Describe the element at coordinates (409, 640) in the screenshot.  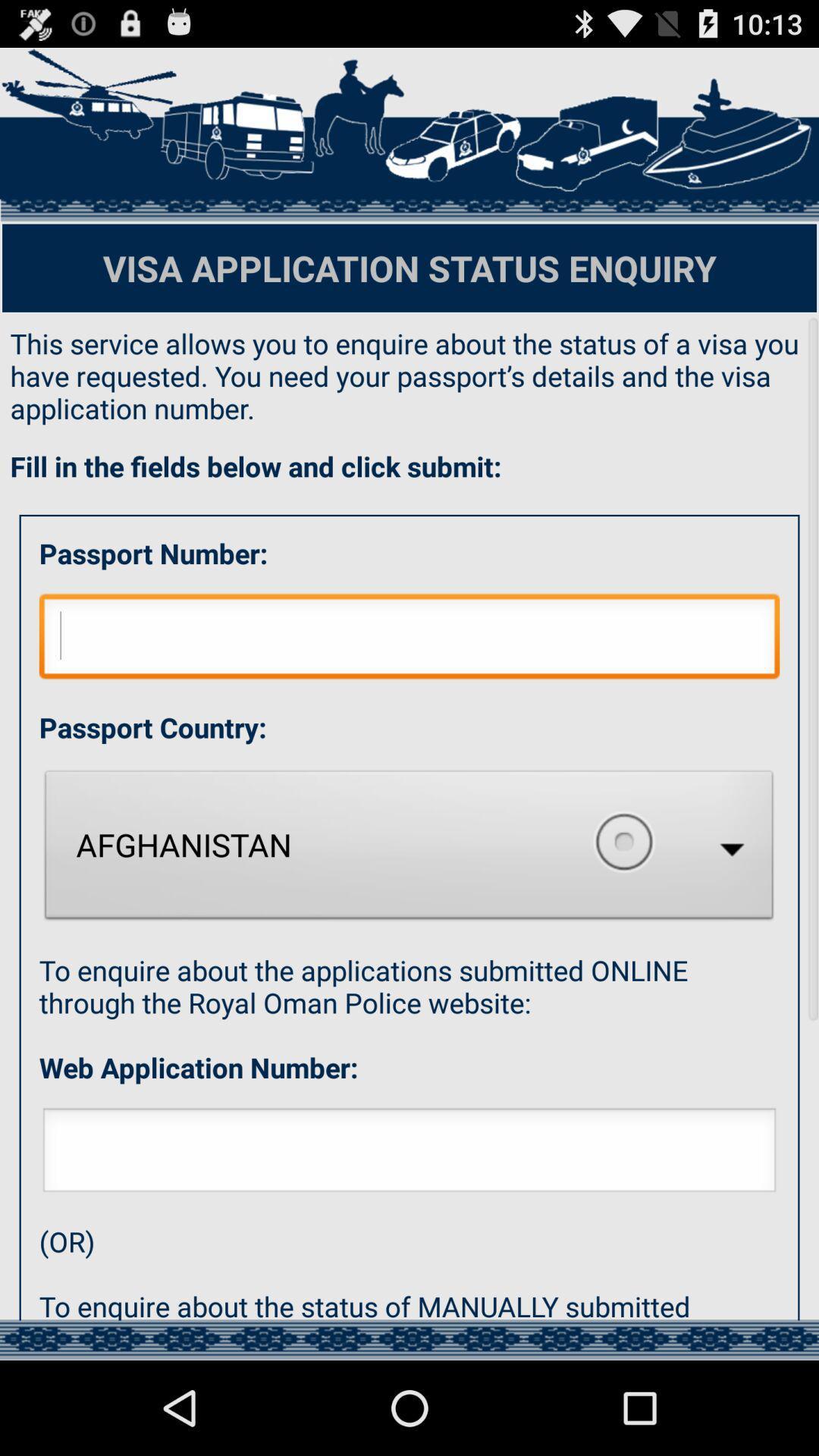
I see `passport icon` at that location.